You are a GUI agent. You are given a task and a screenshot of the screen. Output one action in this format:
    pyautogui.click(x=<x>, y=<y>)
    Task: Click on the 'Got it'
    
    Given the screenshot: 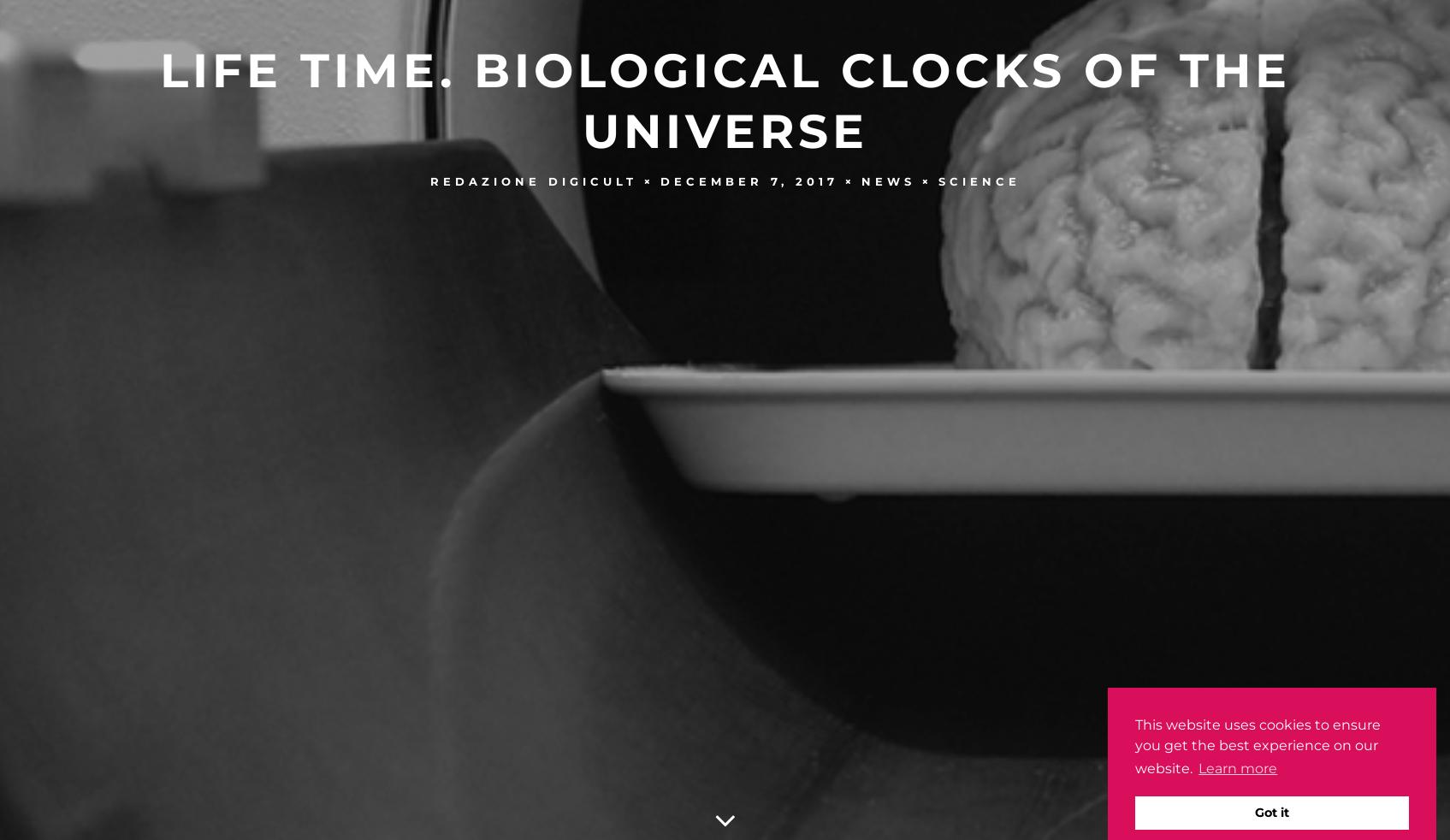 What is the action you would take?
    pyautogui.click(x=1272, y=812)
    